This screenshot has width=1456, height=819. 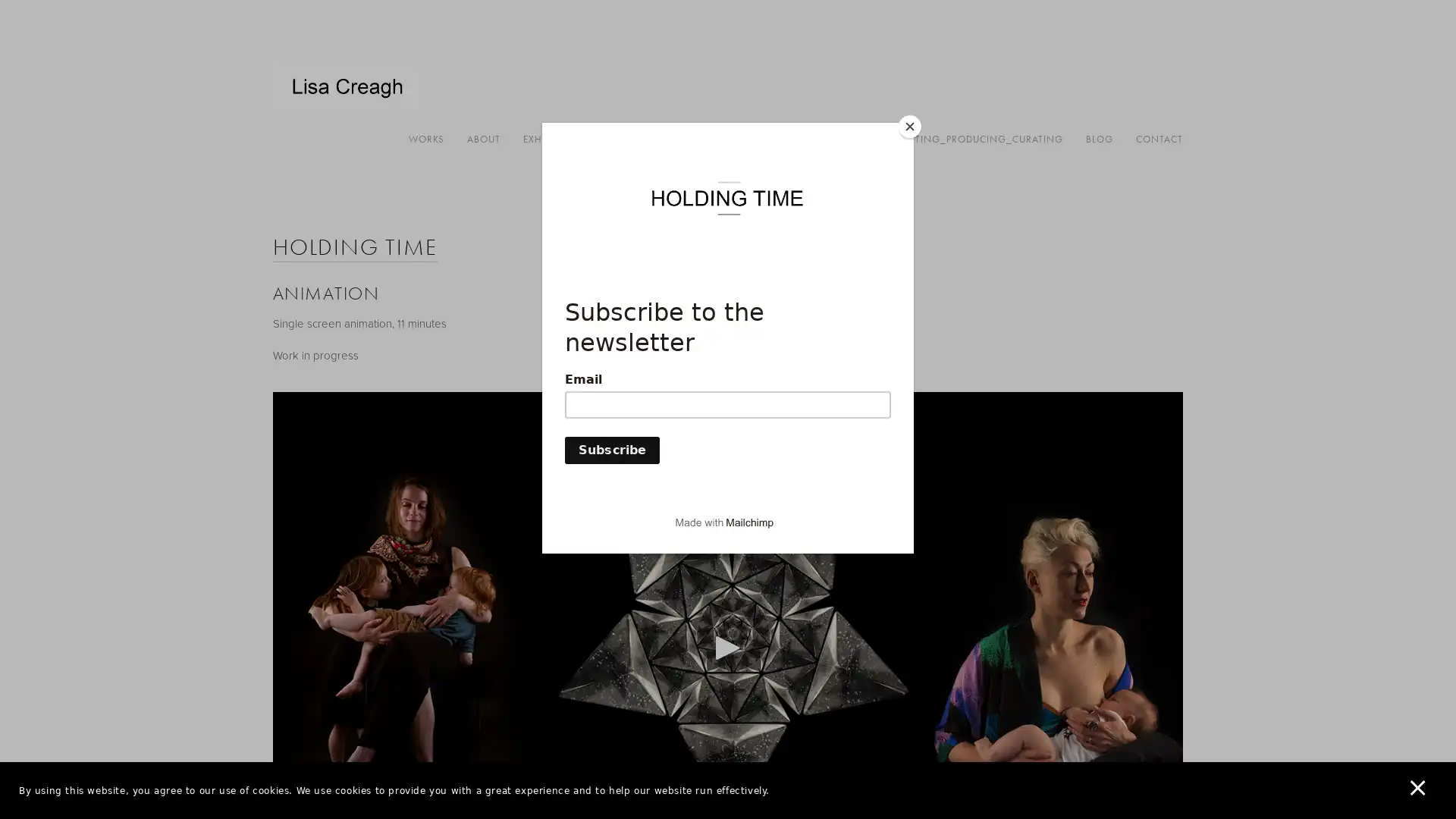 I want to click on Play, so click(x=728, y=647).